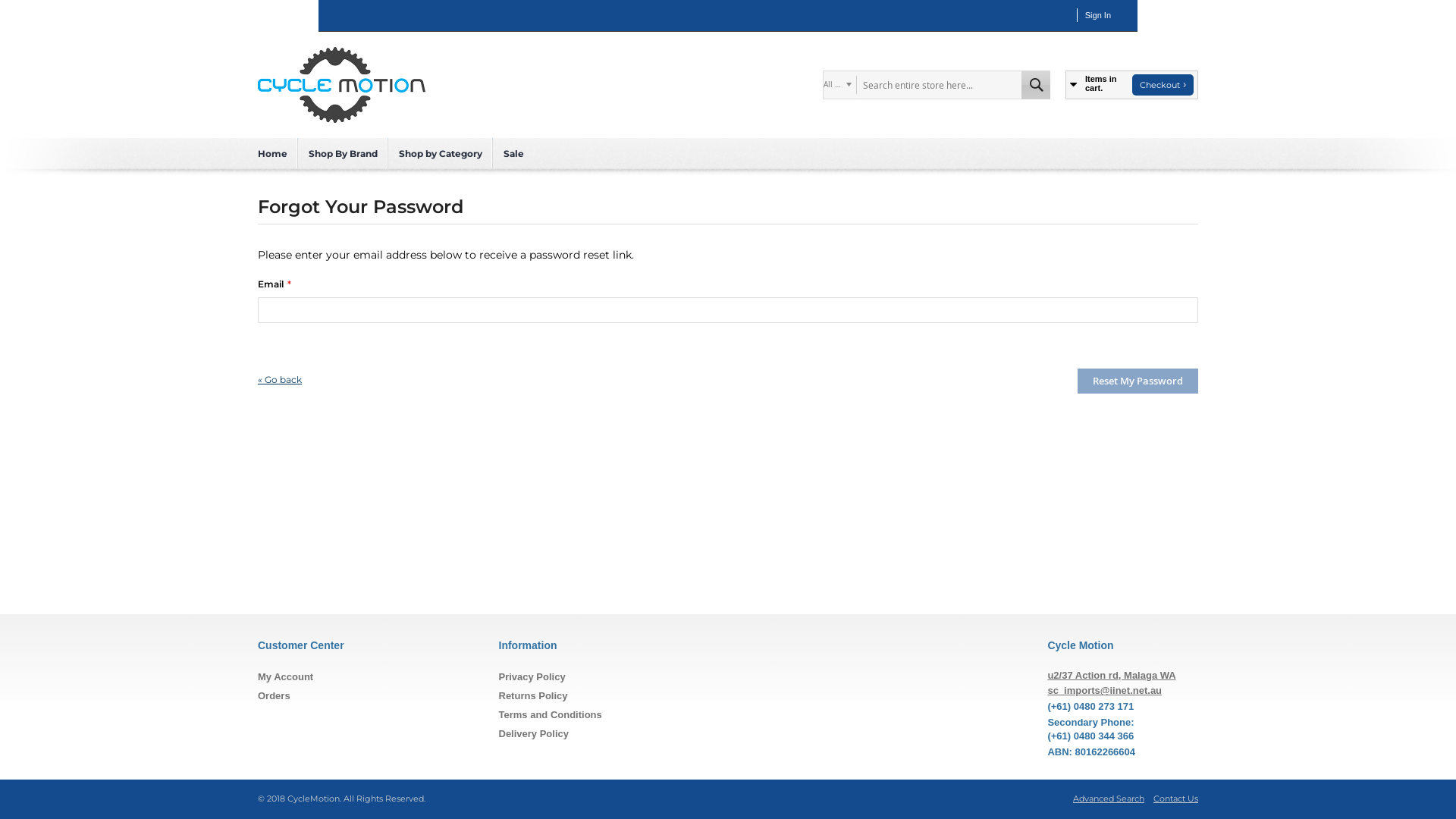 The image size is (1456, 819). Describe the element at coordinates (1175, 798) in the screenshot. I see `'Contact Us'` at that location.